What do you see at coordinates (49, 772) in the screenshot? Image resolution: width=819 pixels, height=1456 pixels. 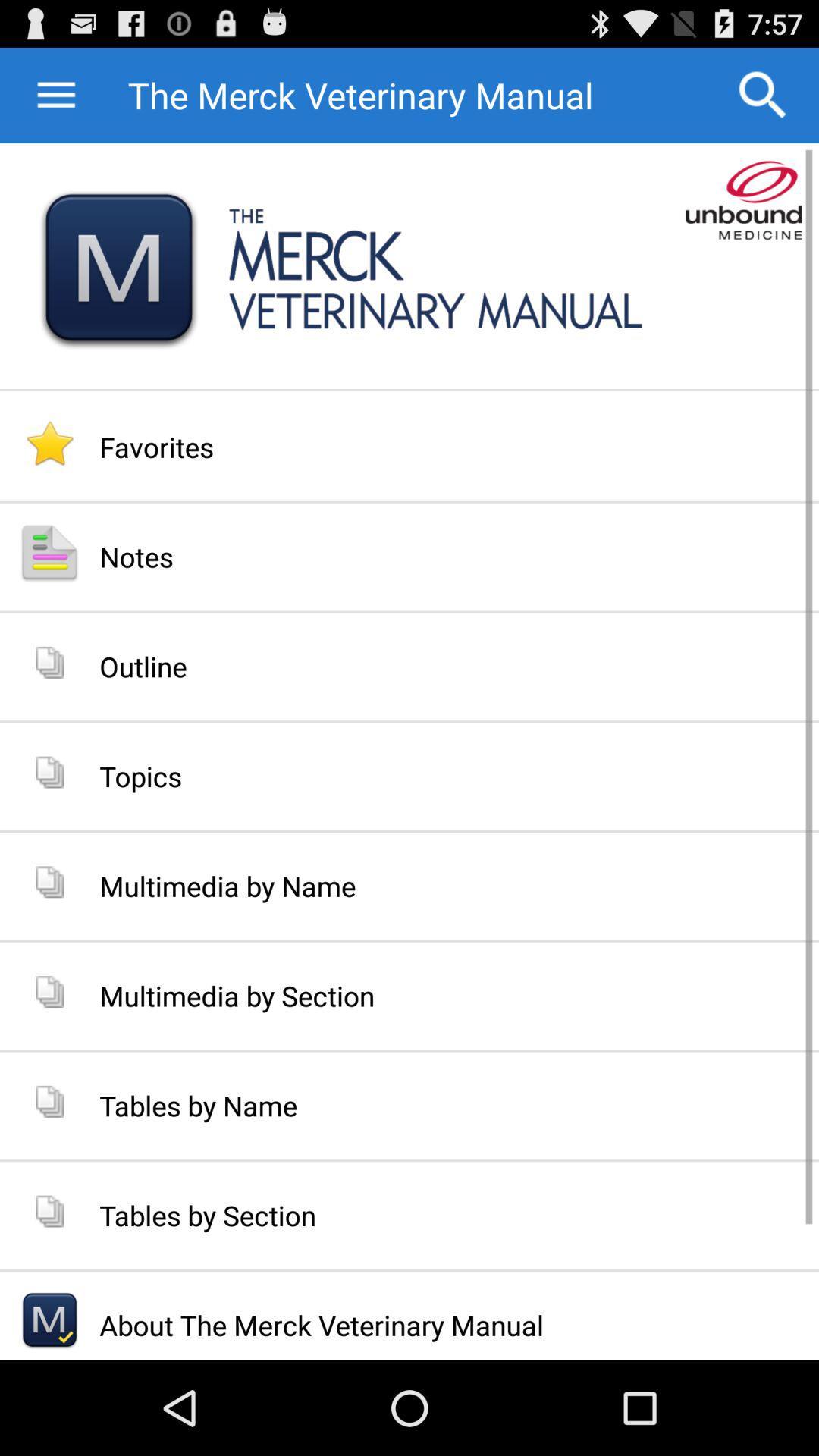 I see `the icon below outline` at bounding box center [49, 772].